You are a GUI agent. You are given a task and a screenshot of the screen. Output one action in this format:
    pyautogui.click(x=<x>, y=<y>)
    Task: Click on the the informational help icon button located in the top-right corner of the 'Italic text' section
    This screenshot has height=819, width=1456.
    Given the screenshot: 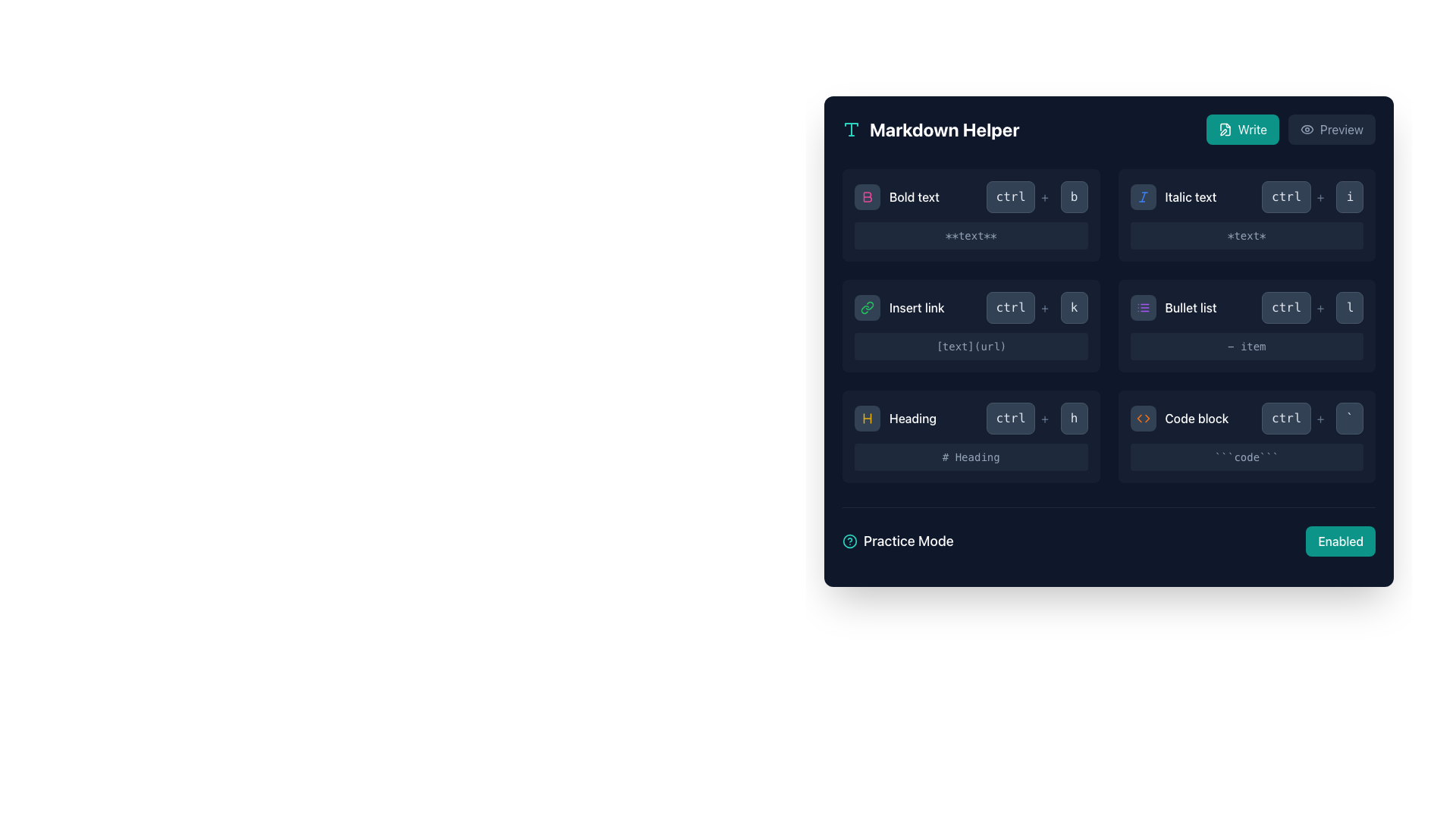 What is the action you would take?
    pyautogui.click(x=1350, y=196)
    